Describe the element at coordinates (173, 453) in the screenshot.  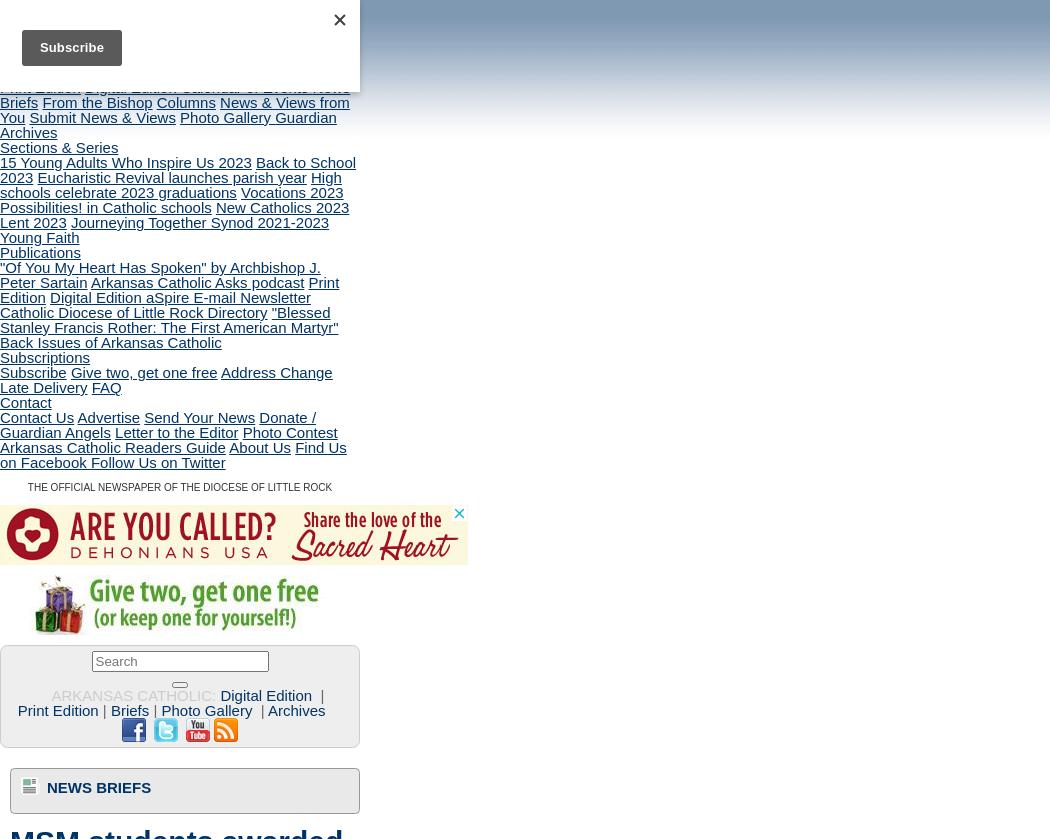
I see `'Find Us on Facebook'` at that location.